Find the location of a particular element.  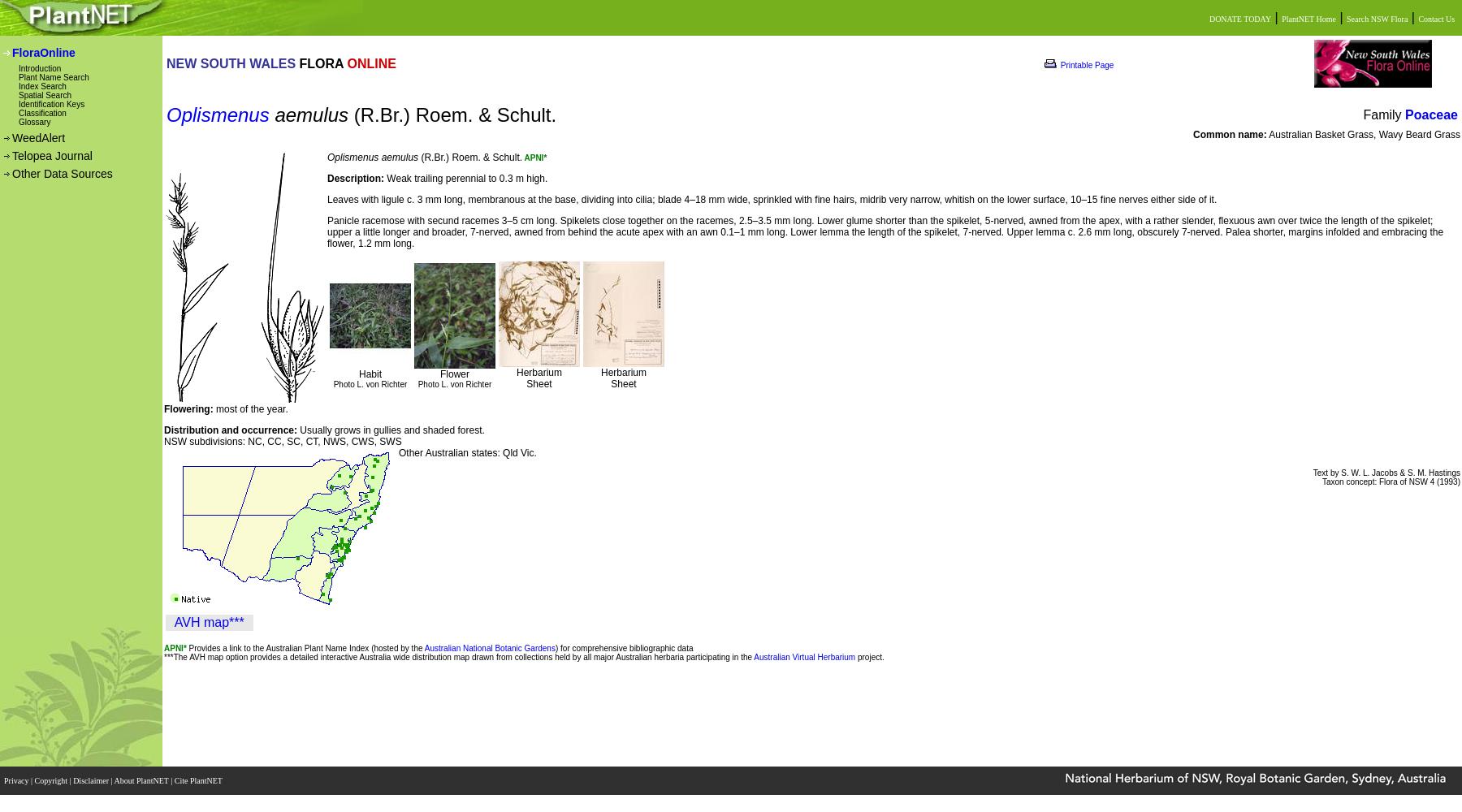

'PlantNET Home' is located at coordinates (1308, 19).